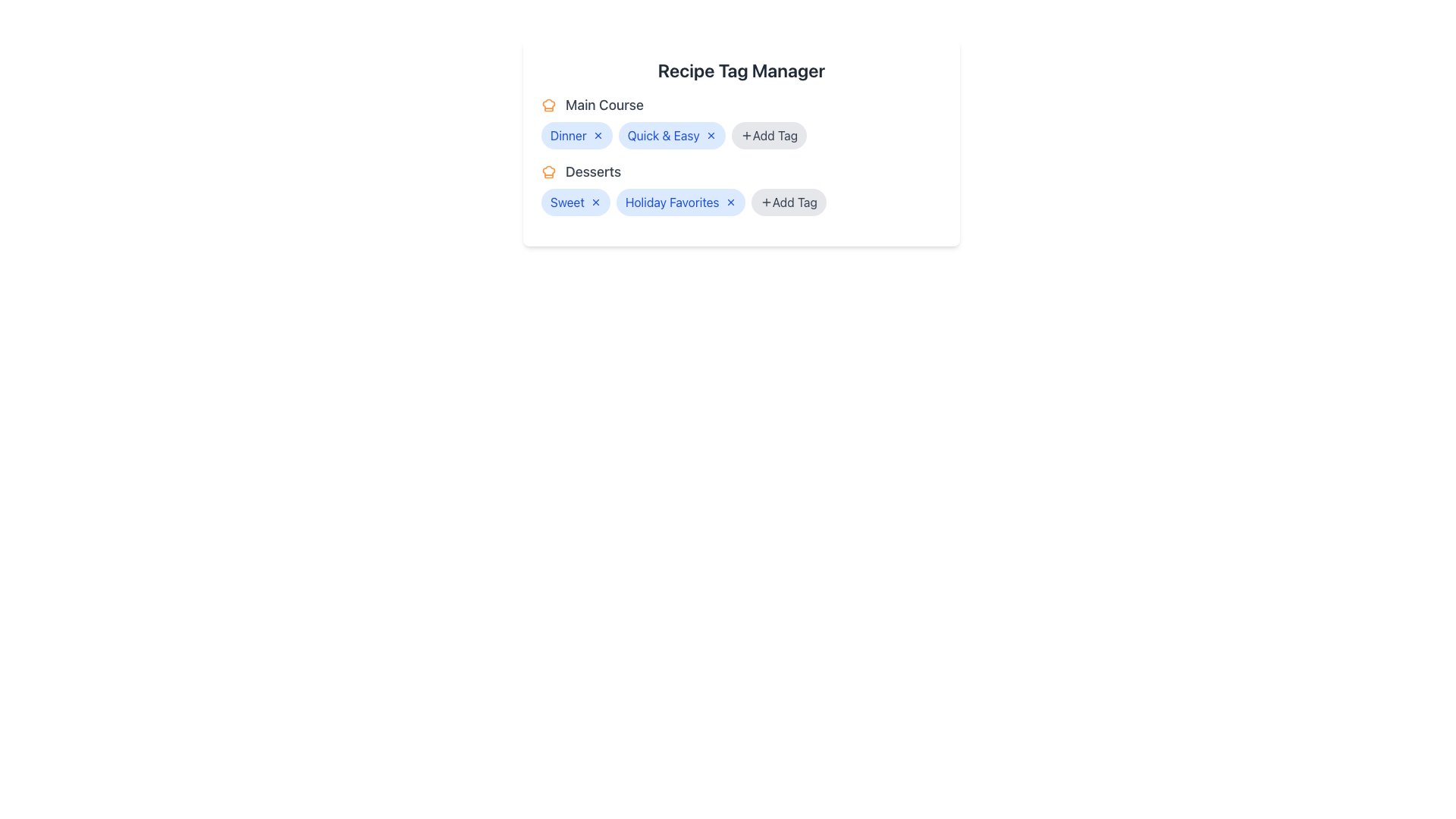 This screenshot has width=1456, height=819. What do you see at coordinates (730, 201) in the screenshot?
I see `the interactive button with an icon that serves as a closure or deletion control for the 'Holiday Favorites' tag, located immediately after the text within the 'Desserts' section` at bounding box center [730, 201].